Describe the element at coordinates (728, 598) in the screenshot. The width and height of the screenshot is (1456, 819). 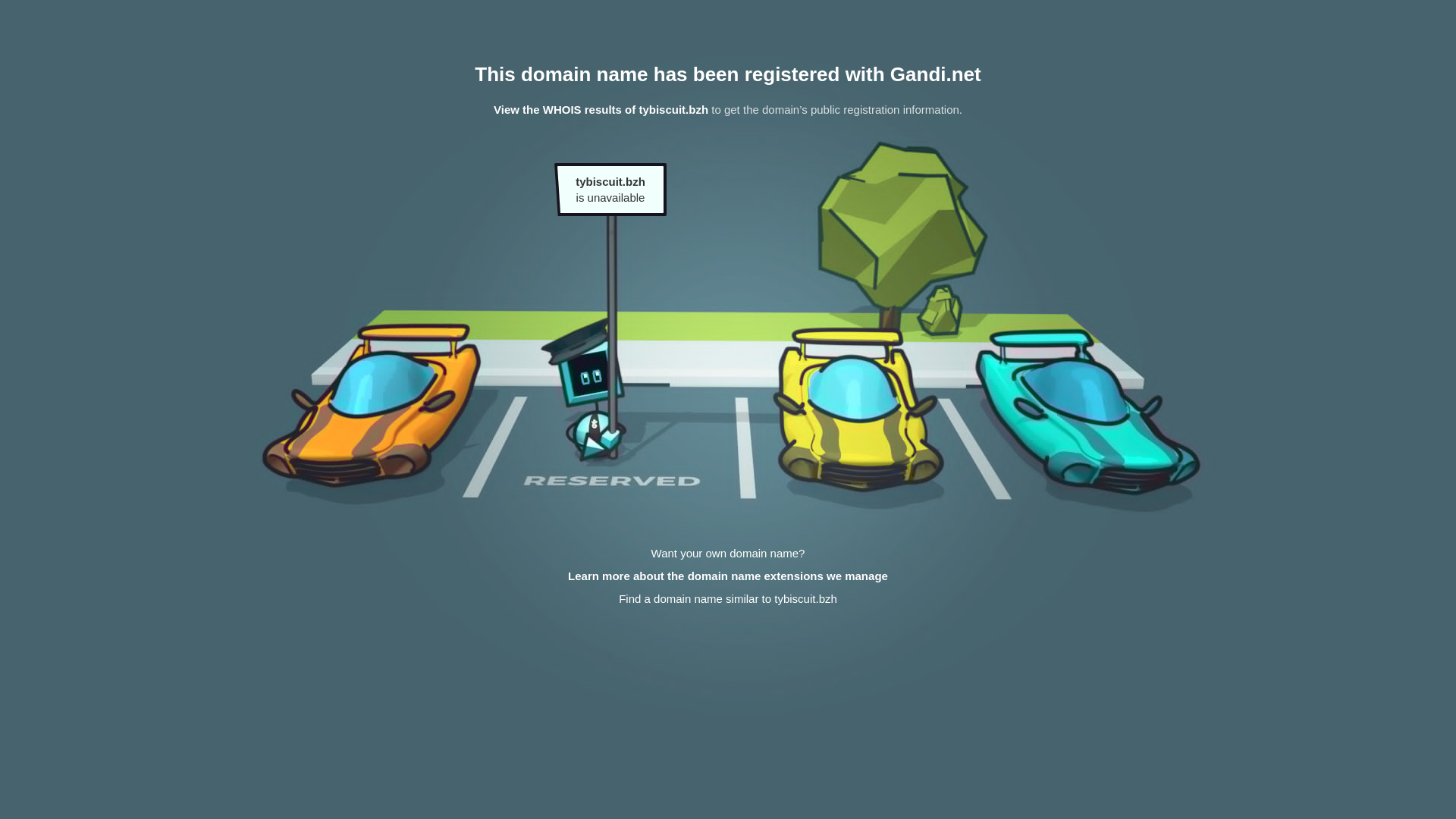
I see `'Find a domain name similar to tybiscuit.bzh'` at that location.